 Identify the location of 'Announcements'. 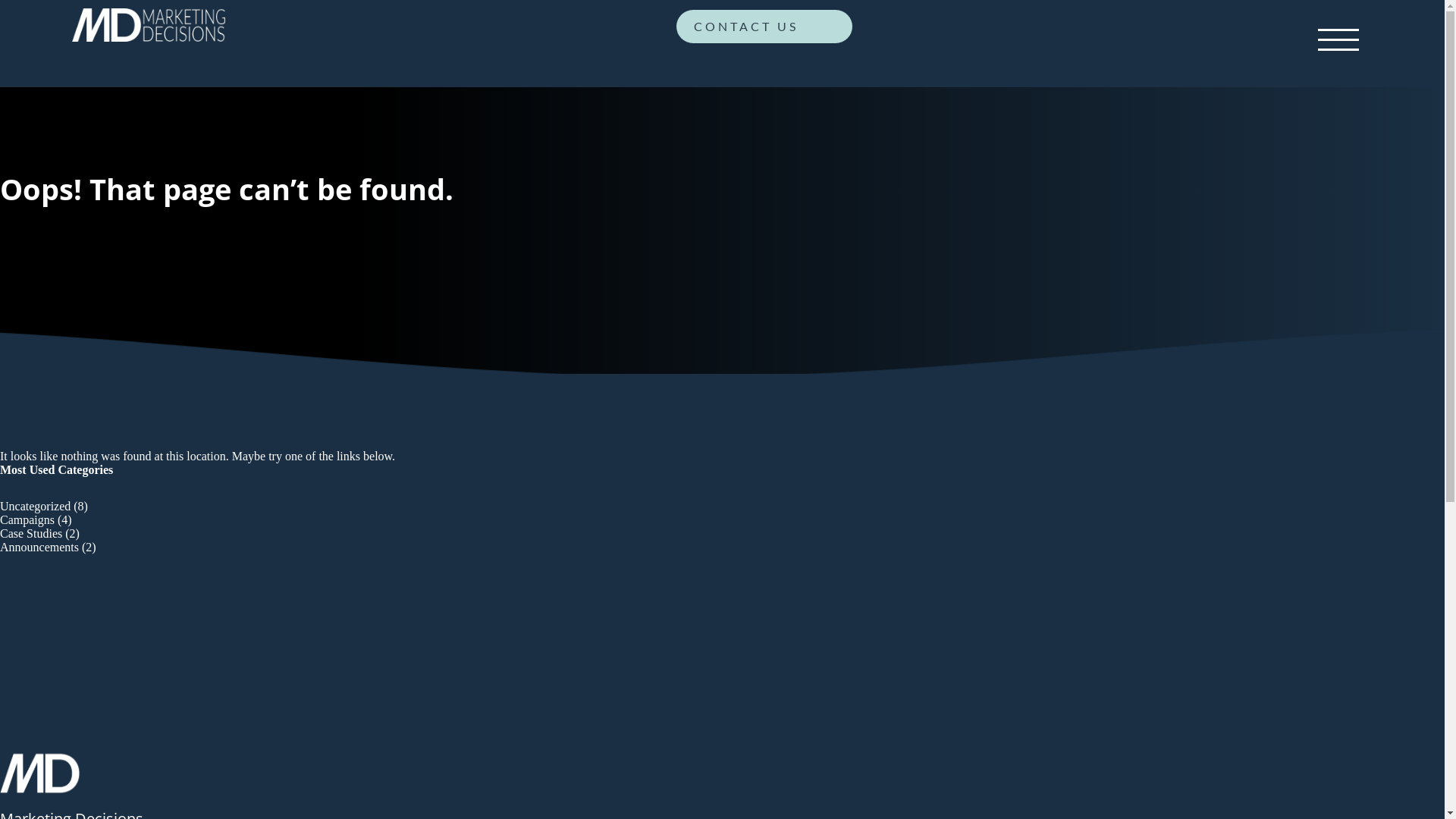
(39, 547).